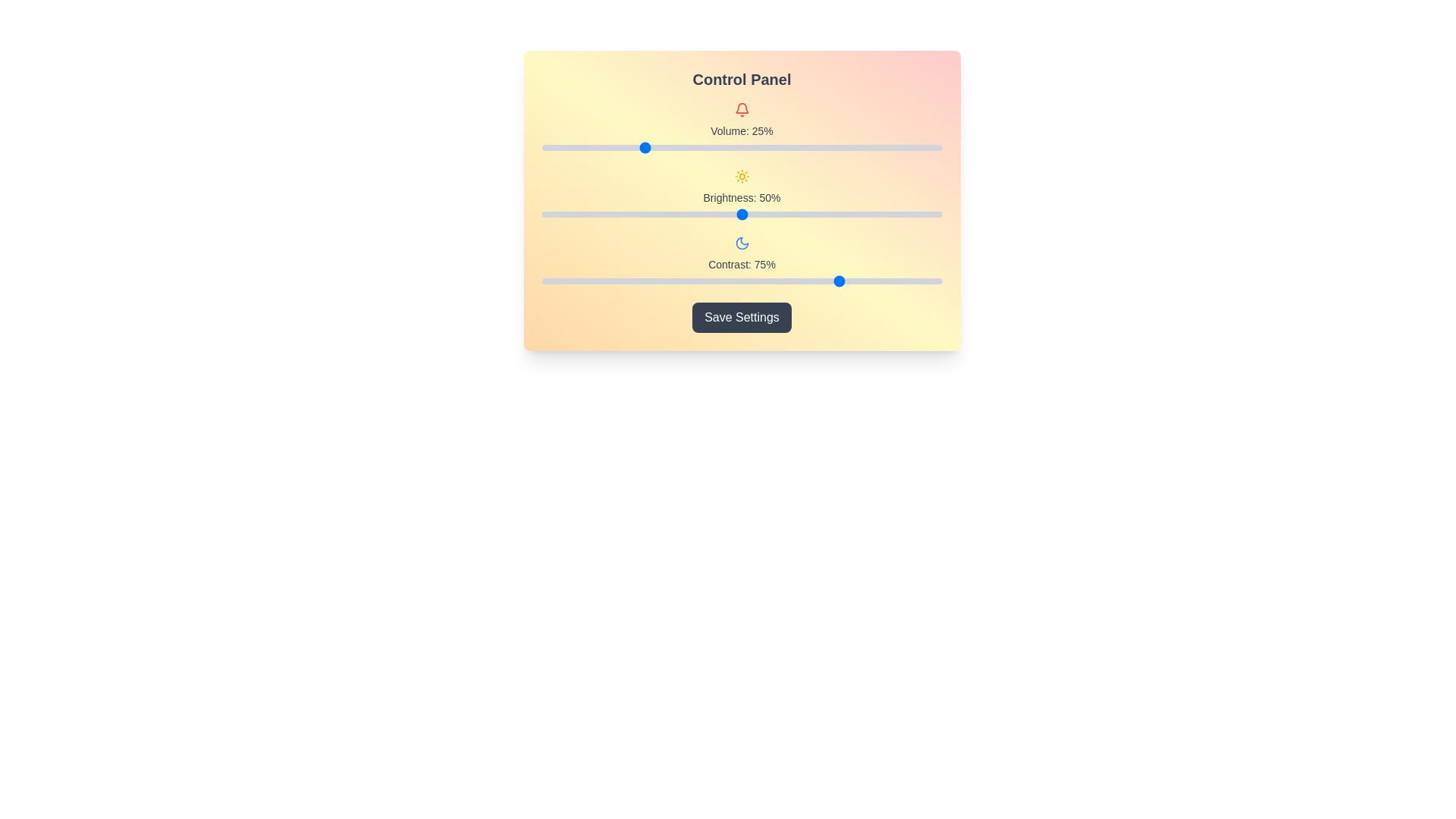  What do you see at coordinates (898, 214) in the screenshot?
I see `brightness` at bounding box center [898, 214].